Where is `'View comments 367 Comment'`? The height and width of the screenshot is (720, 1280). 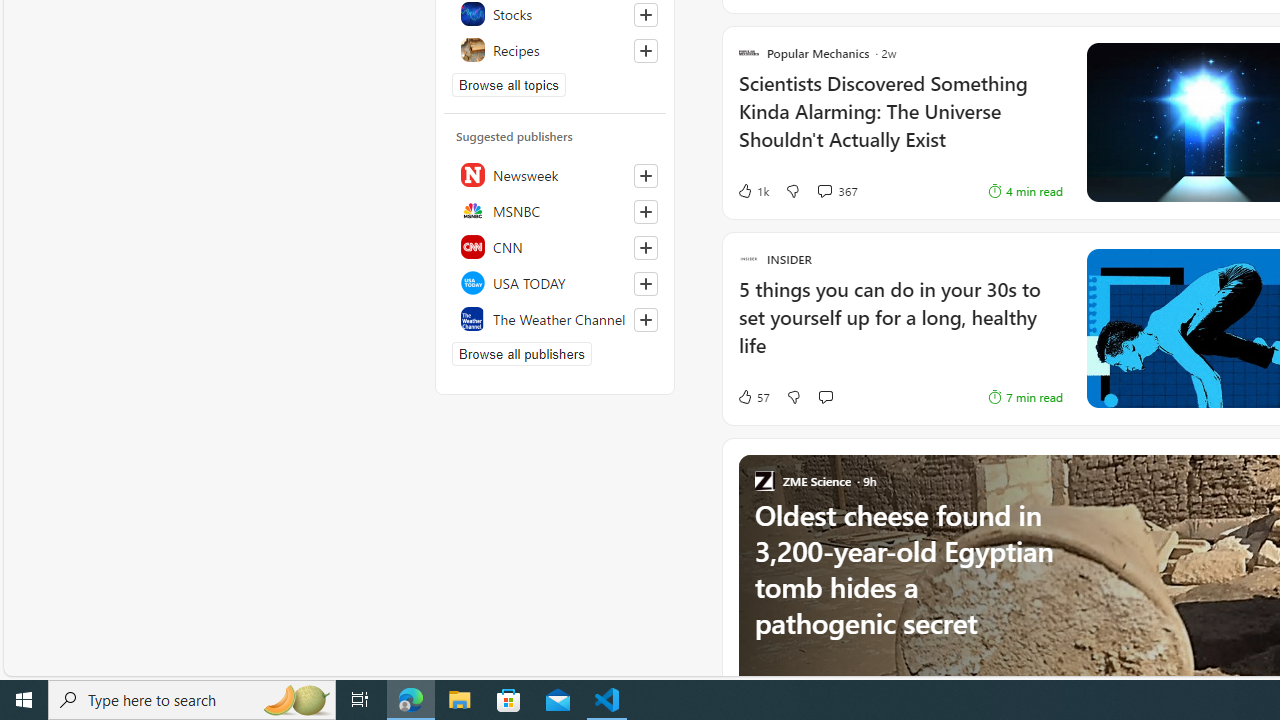 'View comments 367 Comment' is located at coordinates (824, 190).